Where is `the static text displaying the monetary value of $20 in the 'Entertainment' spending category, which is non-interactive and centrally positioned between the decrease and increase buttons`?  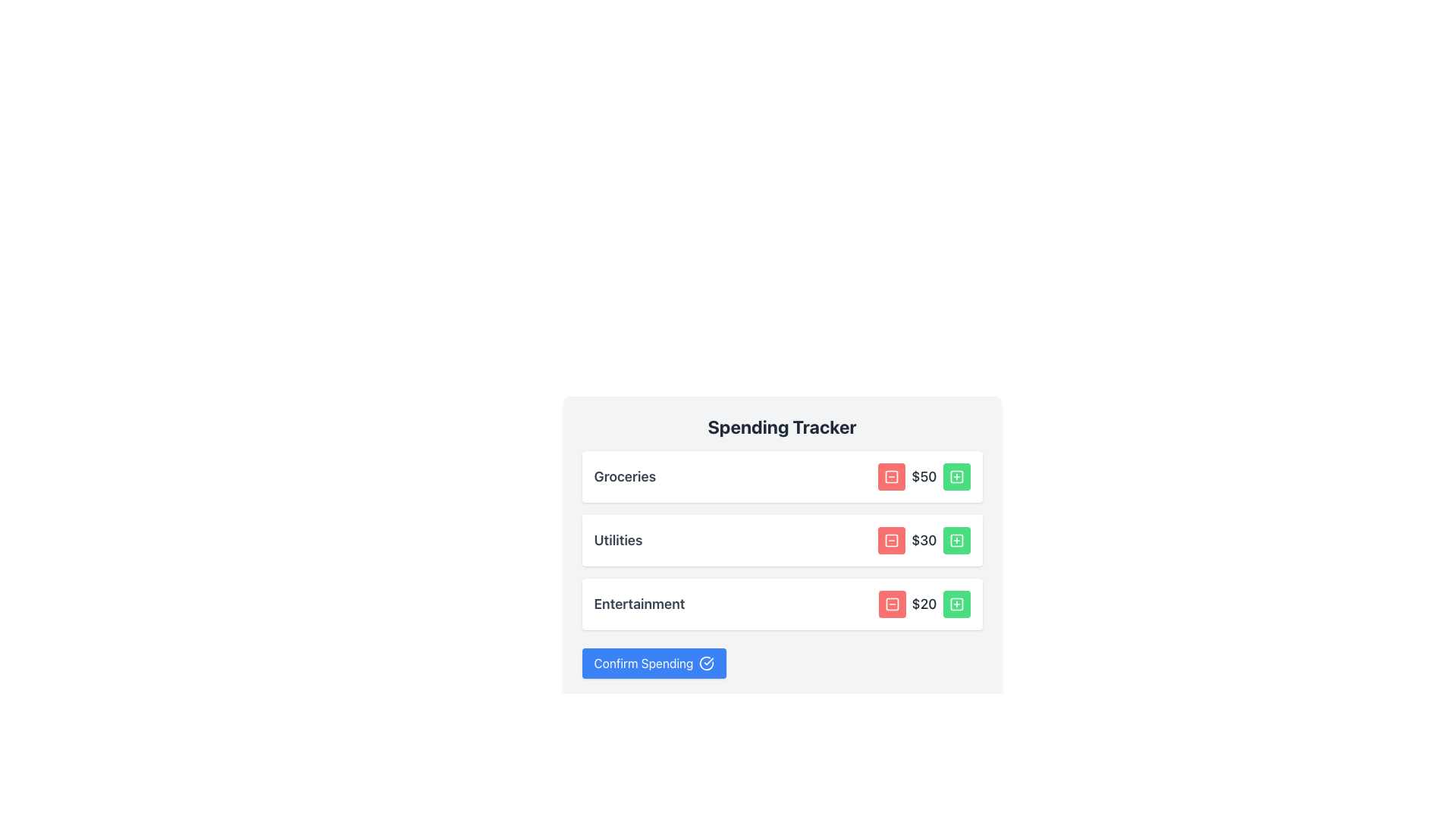 the static text displaying the monetary value of $20 in the 'Entertainment' spending category, which is non-interactive and centrally positioned between the decrease and increase buttons is located at coordinates (924, 604).